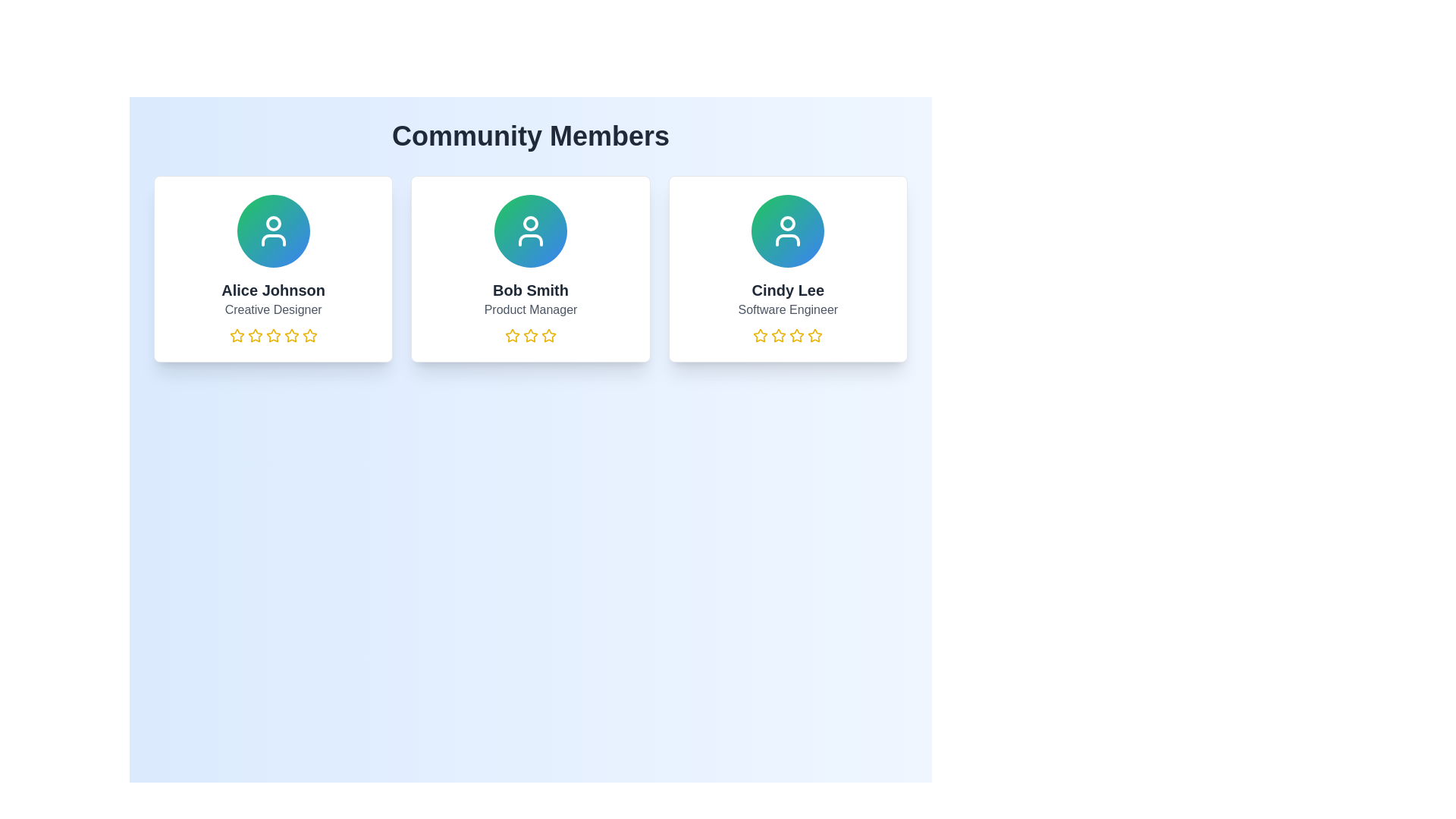 The height and width of the screenshot is (819, 1456). Describe the element at coordinates (273, 231) in the screenshot. I see `the user profile avatar icon for 'Alice Johnson', which is located at the top center of her user card in the 'Community Members' section` at that location.